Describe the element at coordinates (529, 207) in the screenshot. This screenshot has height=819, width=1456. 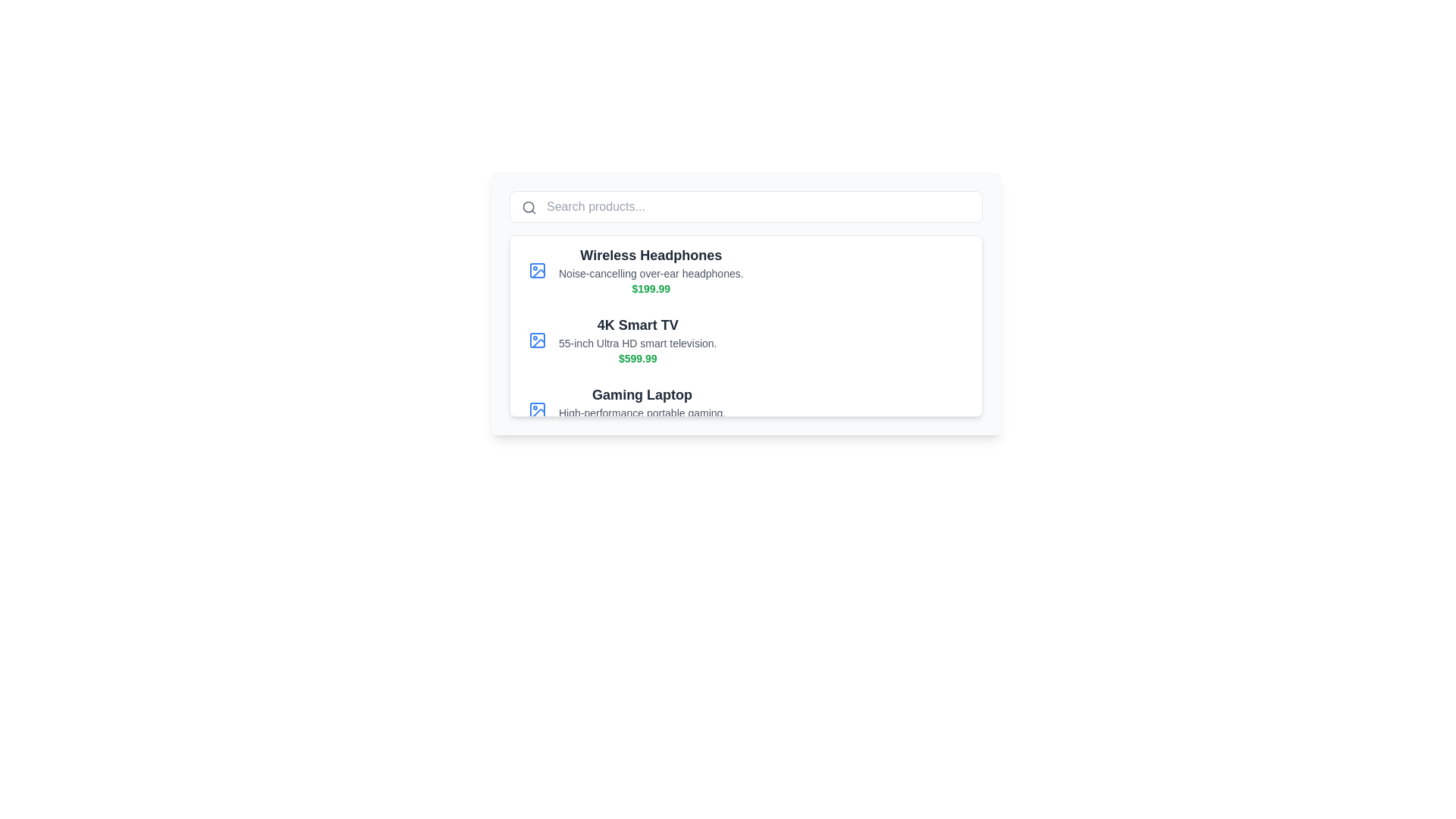
I see `the search icon located at the far left of the search input field` at that location.